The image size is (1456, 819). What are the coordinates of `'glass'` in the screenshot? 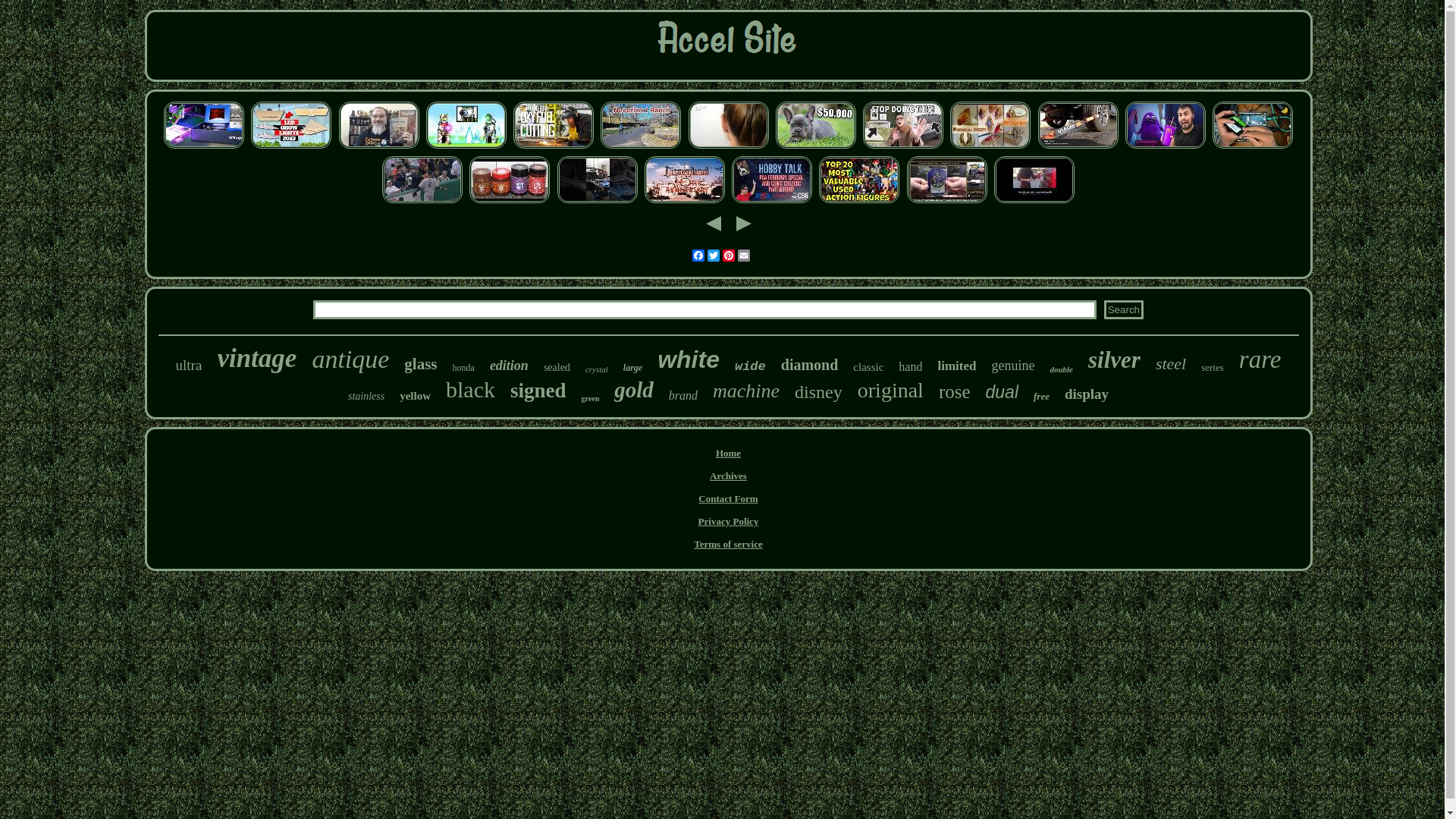 It's located at (420, 364).